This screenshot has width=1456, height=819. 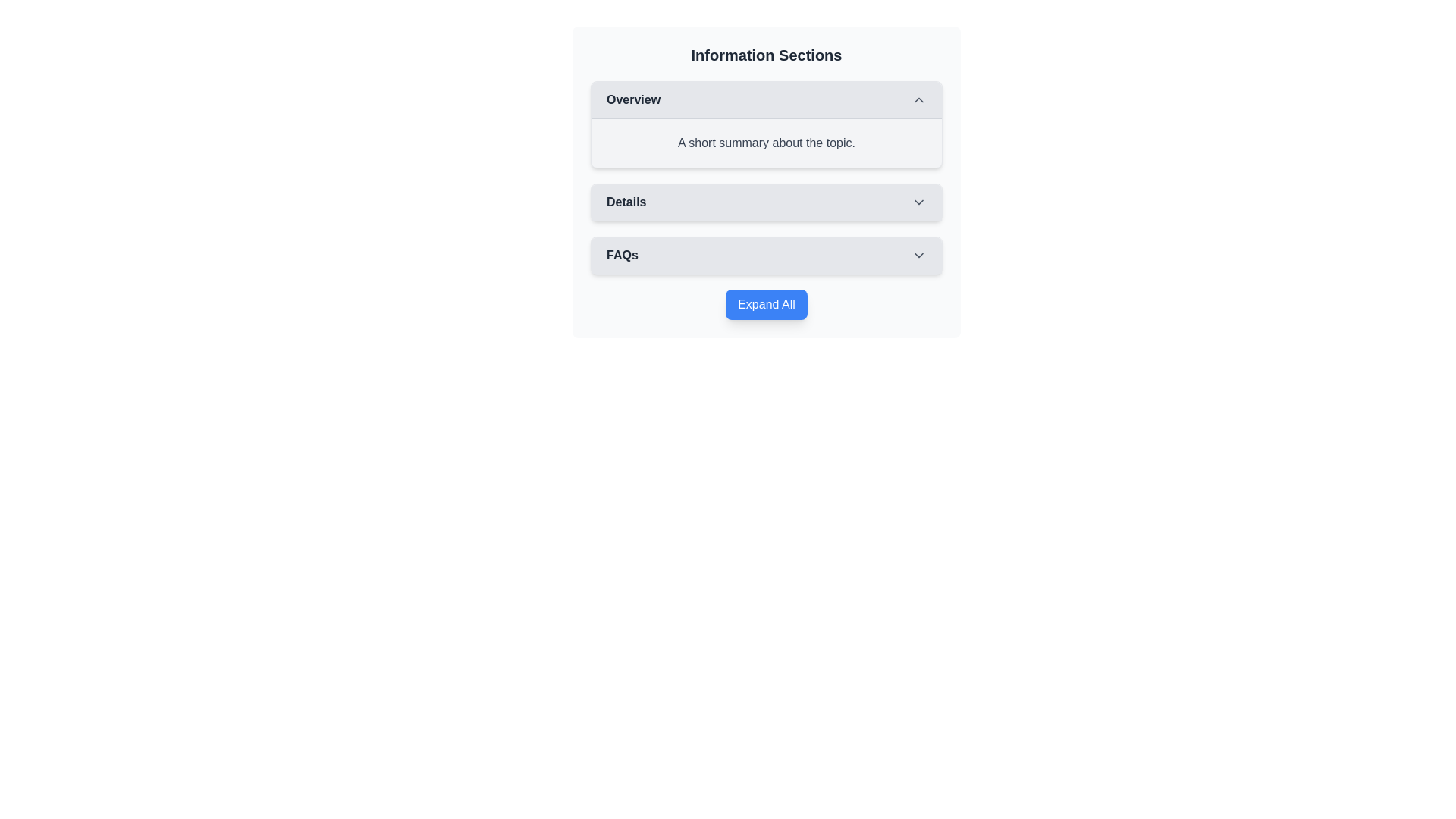 I want to click on the upward-pointing chevron icon button located at the far-right side of the 'Overview' section header to trigger visual feedback, so click(x=918, y=99).